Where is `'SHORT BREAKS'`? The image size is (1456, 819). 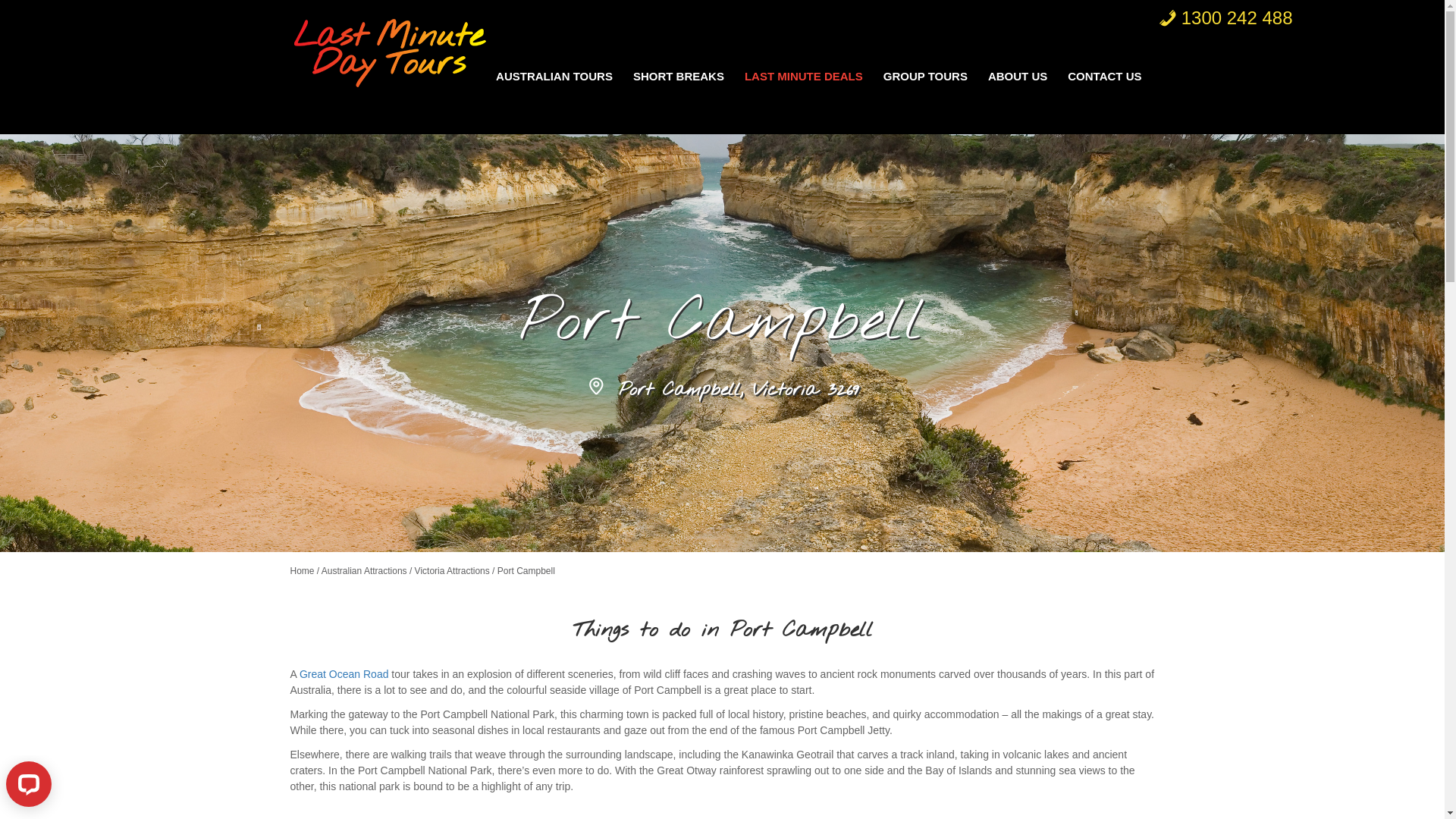 'SHORT BREAKS' is located at coordinates (626, 76).